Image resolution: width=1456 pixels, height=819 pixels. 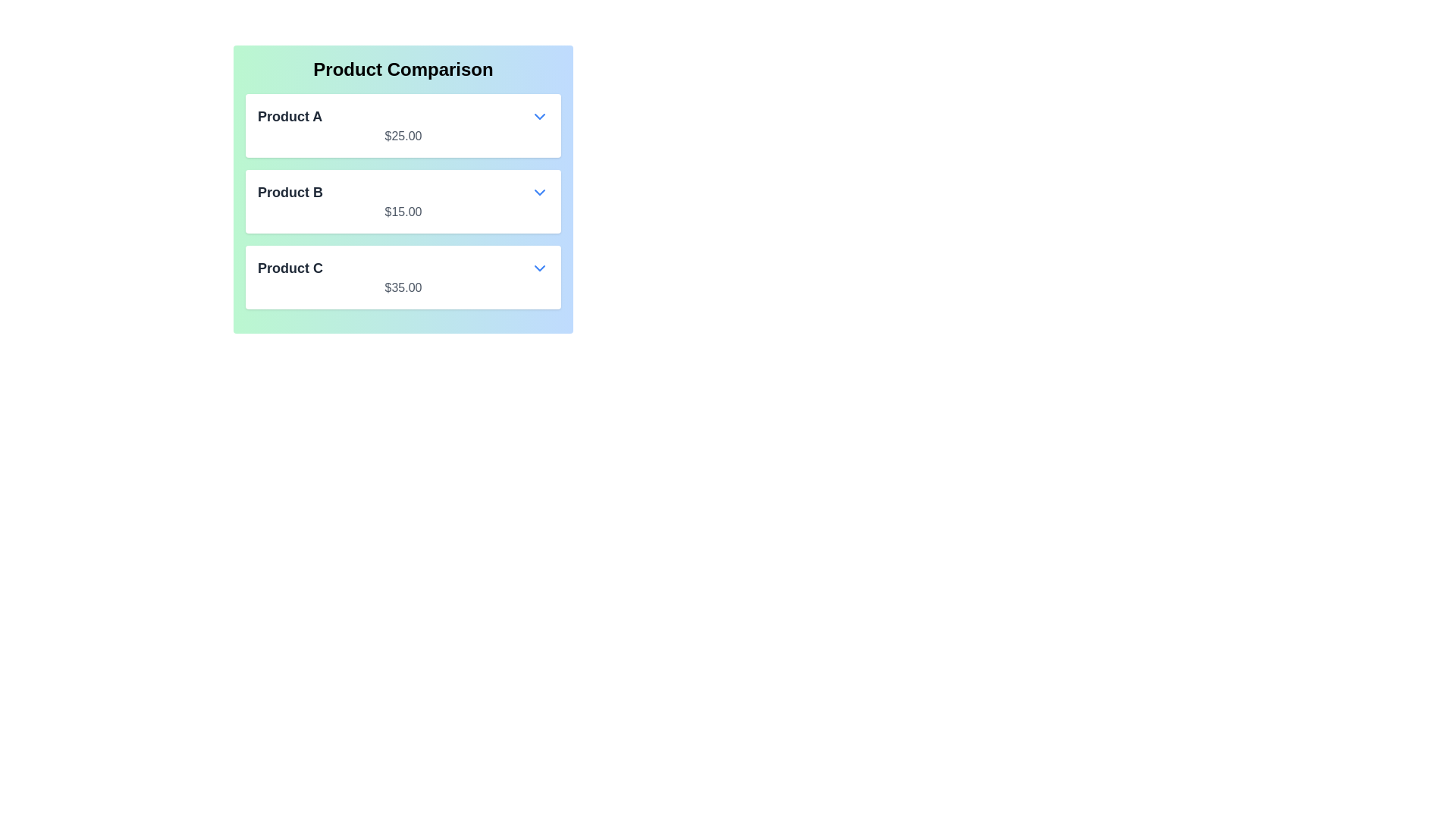 I want to click on the static text displaying '$15.00', which is smaller and subtler than other elements, located directly below 'Product B' in a white box area, so click(x=403, y=212).